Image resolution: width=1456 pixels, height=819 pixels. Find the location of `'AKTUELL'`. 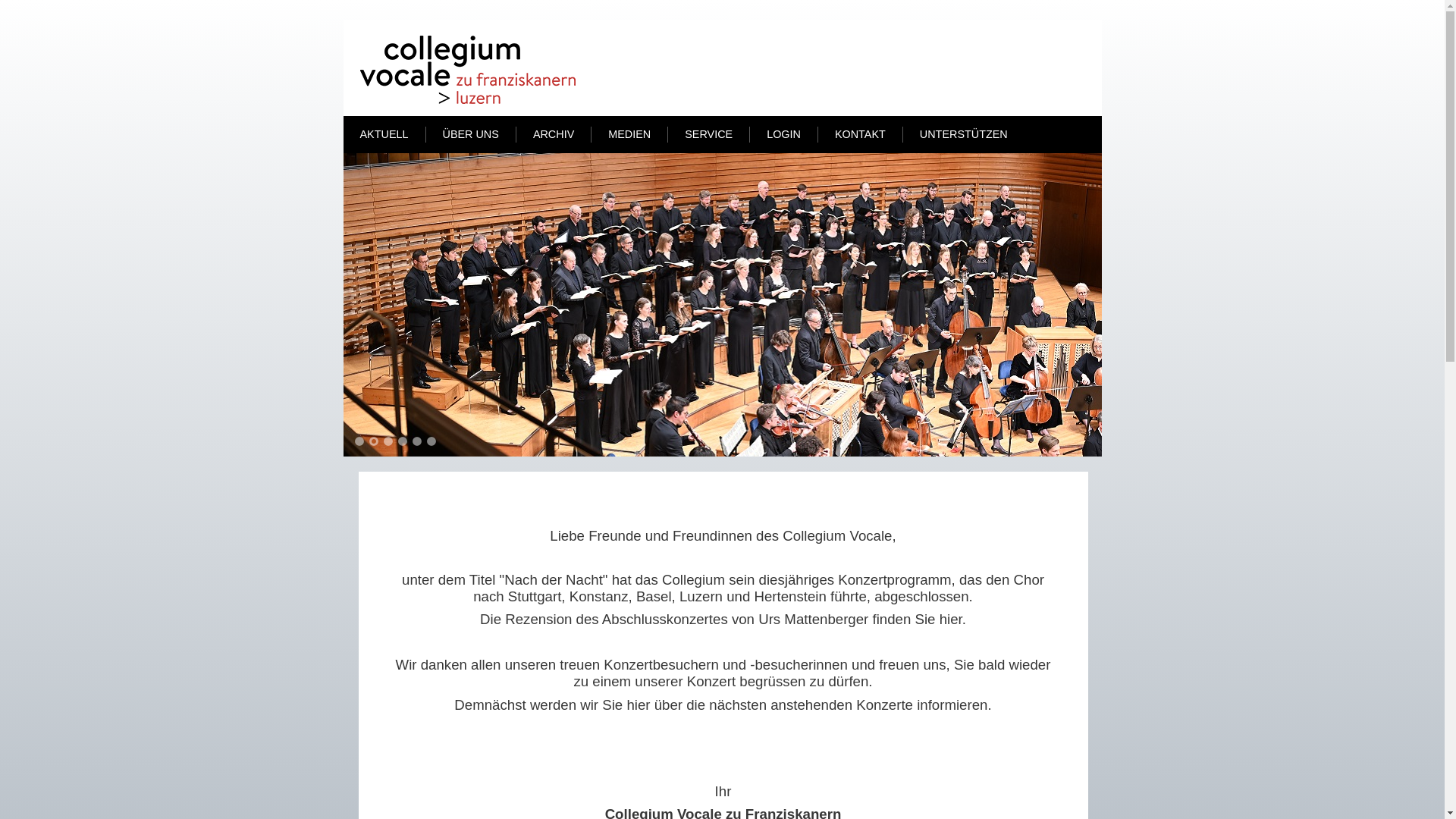

'AKTUELL' is located at coordinates (348, 133).